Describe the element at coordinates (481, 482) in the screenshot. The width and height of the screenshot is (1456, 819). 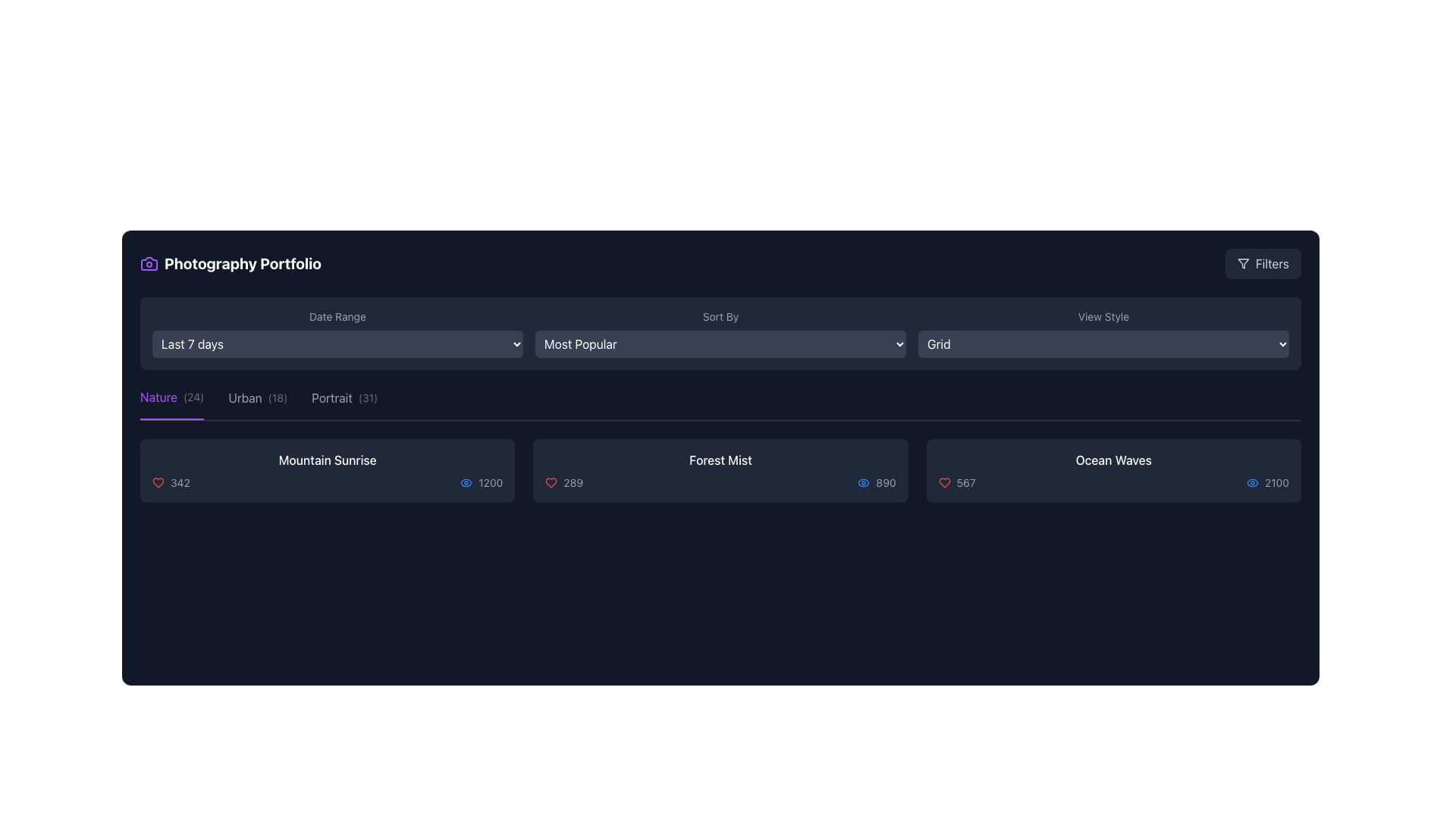
I see `view count text displayed next to the eye icon in the bottom section of the 'Mountain Sunrise' card, which is the last element in the sequence of likes and views` at that location.